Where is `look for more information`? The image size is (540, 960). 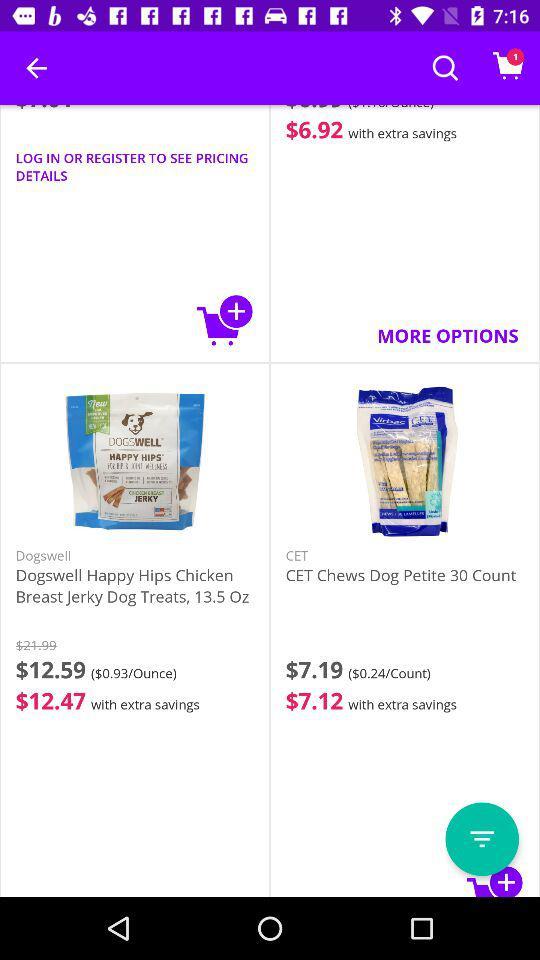
look for more information is located at coordinates (481, 839).